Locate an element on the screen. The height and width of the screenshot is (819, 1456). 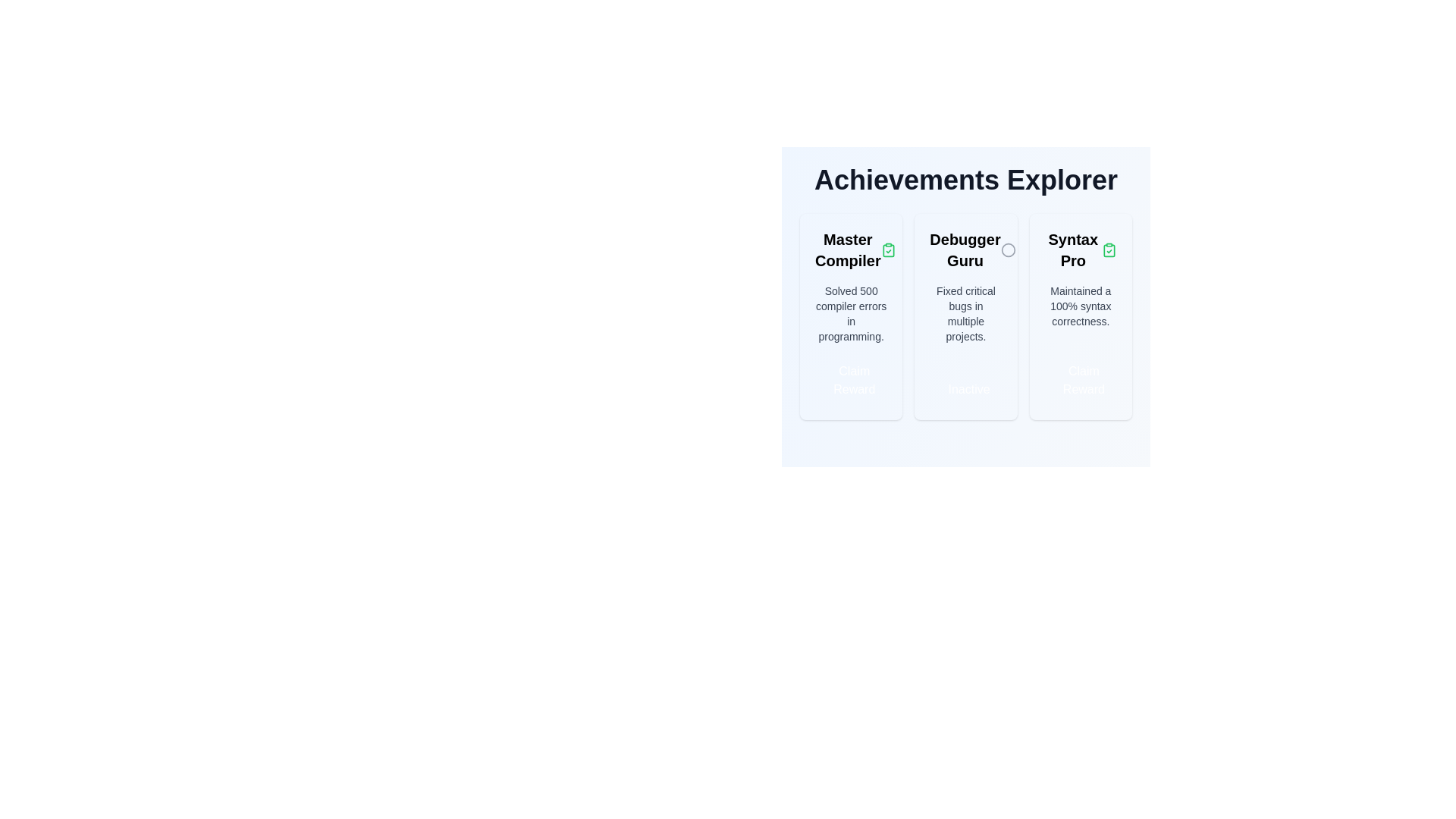
the descriptive text element that provides information about the achievement related to solving 500 compiler errors, located below the 'Master Compiler' title and above the 'Claim Reward' button in the 'Achievements Explorer' section is located at coordinates (851, 312).